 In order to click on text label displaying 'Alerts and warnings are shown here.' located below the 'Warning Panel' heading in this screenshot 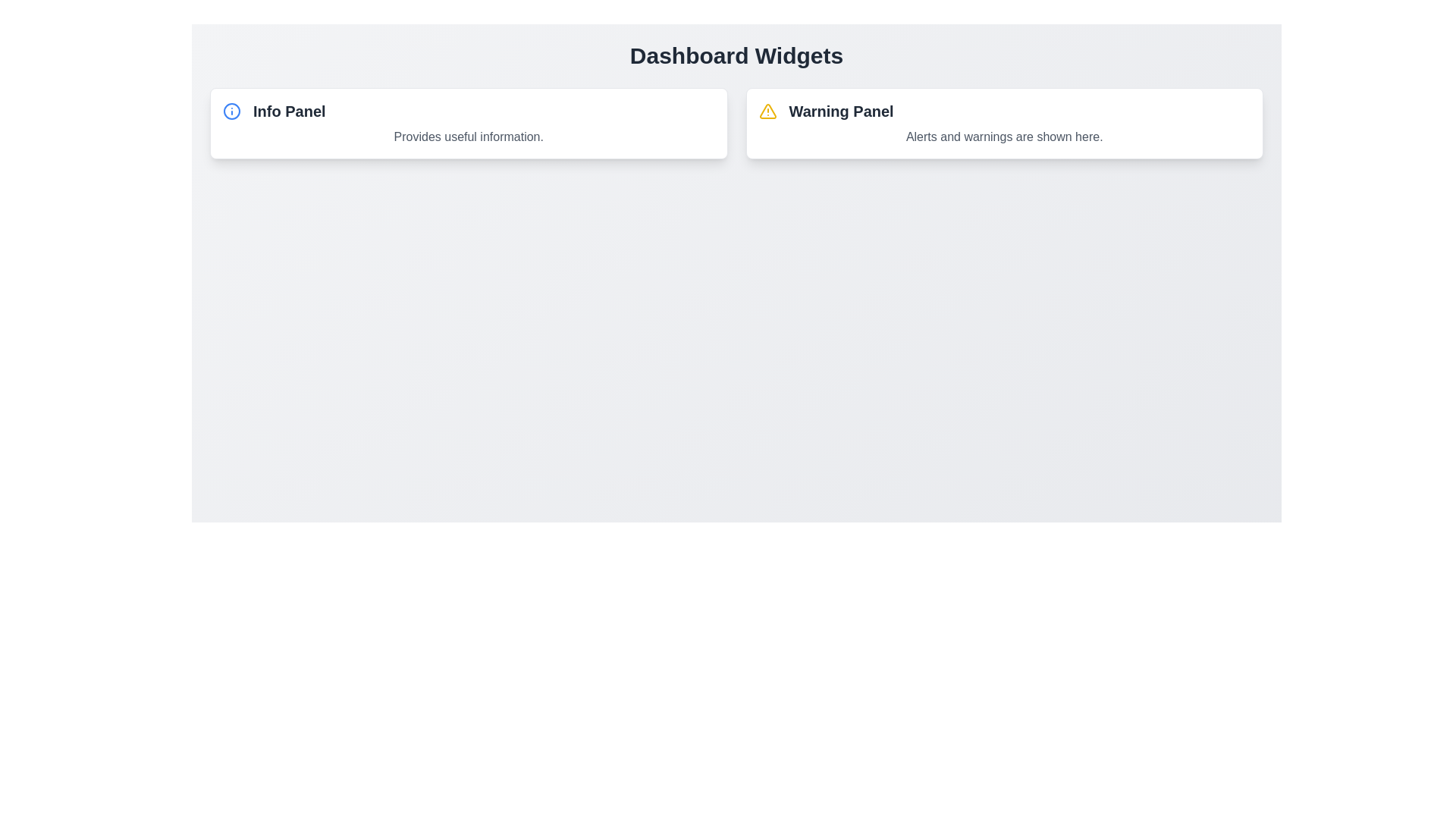, I will do `click(1004, 137)`.